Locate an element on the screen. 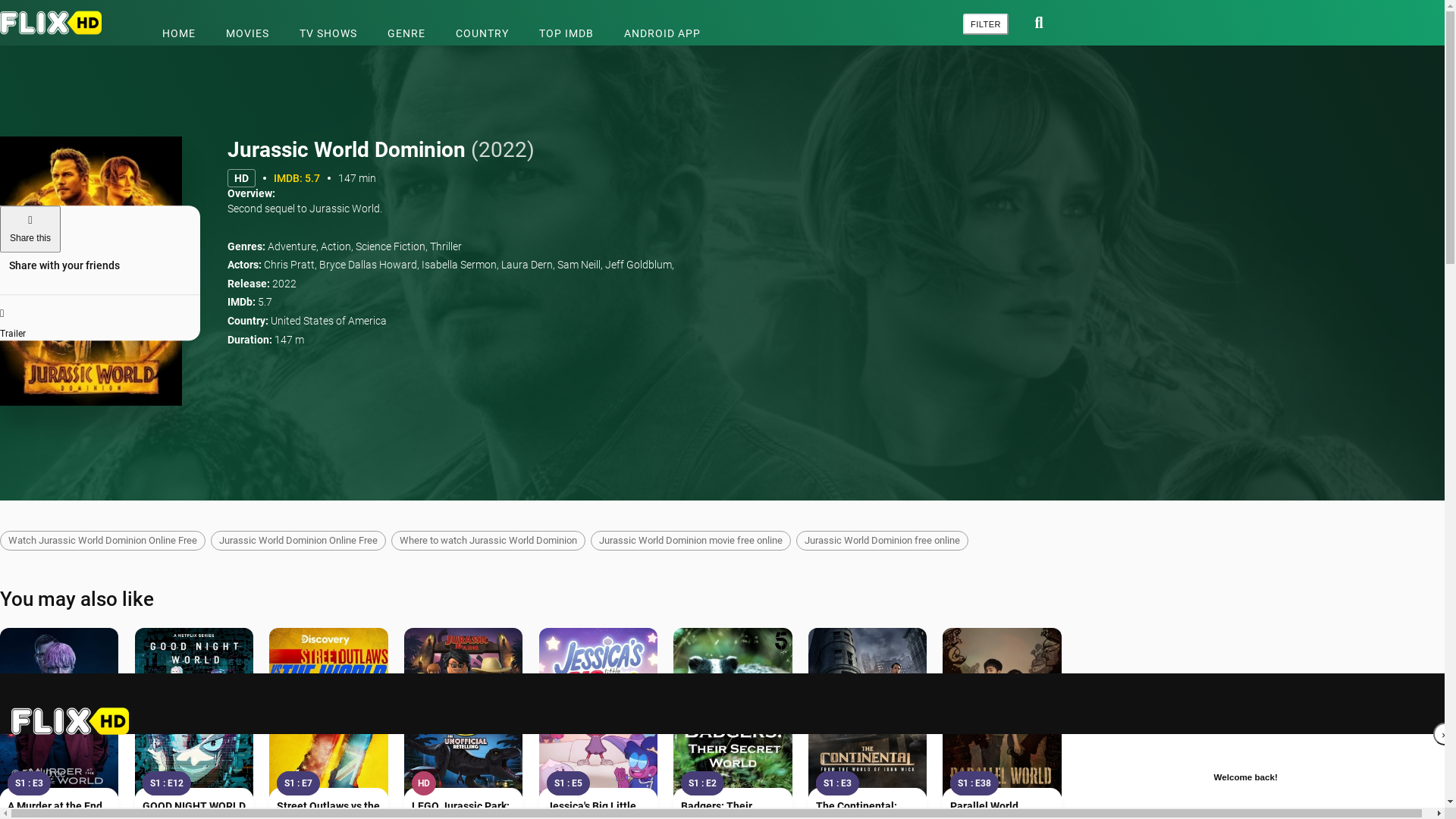 This screenshot has width=1456, height=819. 'Isabella Sermon' is located at coordinates (458, 263).